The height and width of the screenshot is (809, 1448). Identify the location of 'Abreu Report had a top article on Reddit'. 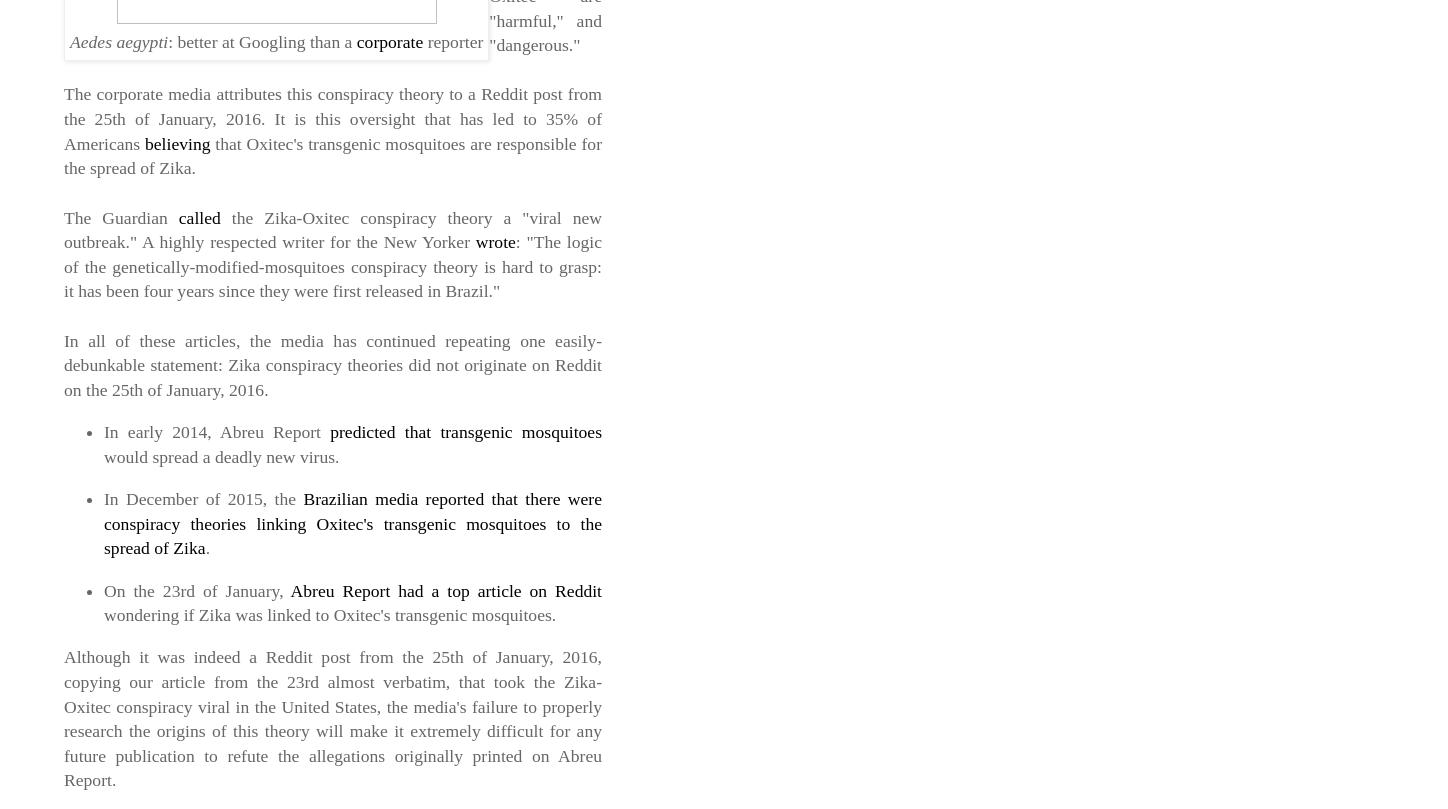
(445, 590).